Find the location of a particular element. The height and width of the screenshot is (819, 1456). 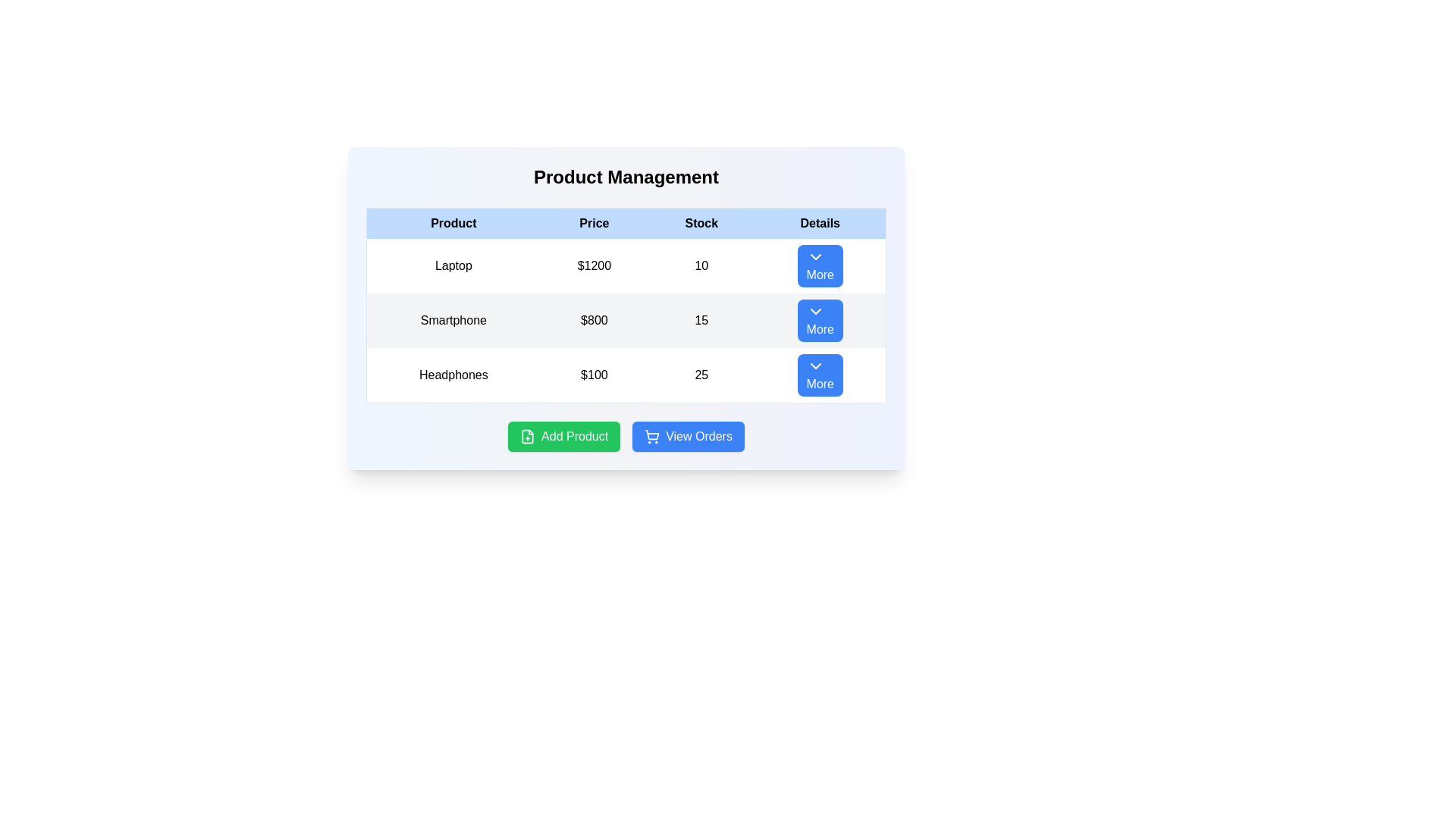

the text label 'Product Management' which is styled with bold typography and located at the top of the content card, centered above the data table is located at coordinates (626, 177).